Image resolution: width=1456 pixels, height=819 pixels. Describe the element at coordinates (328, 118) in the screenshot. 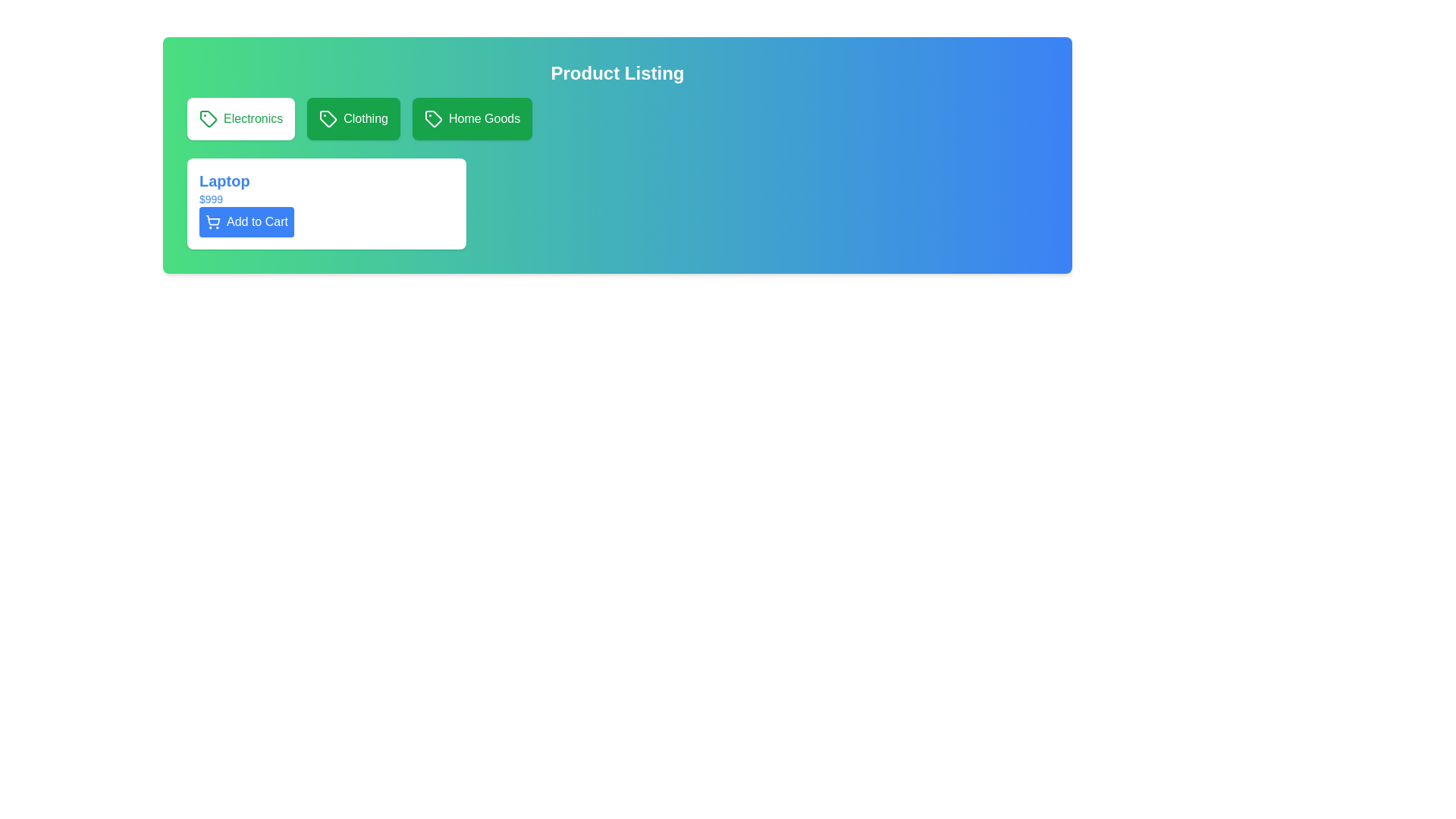

I see `the 'Clothing' category icon, which is the second button in a row of three, positioned between 'Electronics' and 'Home Goods'` at that location.